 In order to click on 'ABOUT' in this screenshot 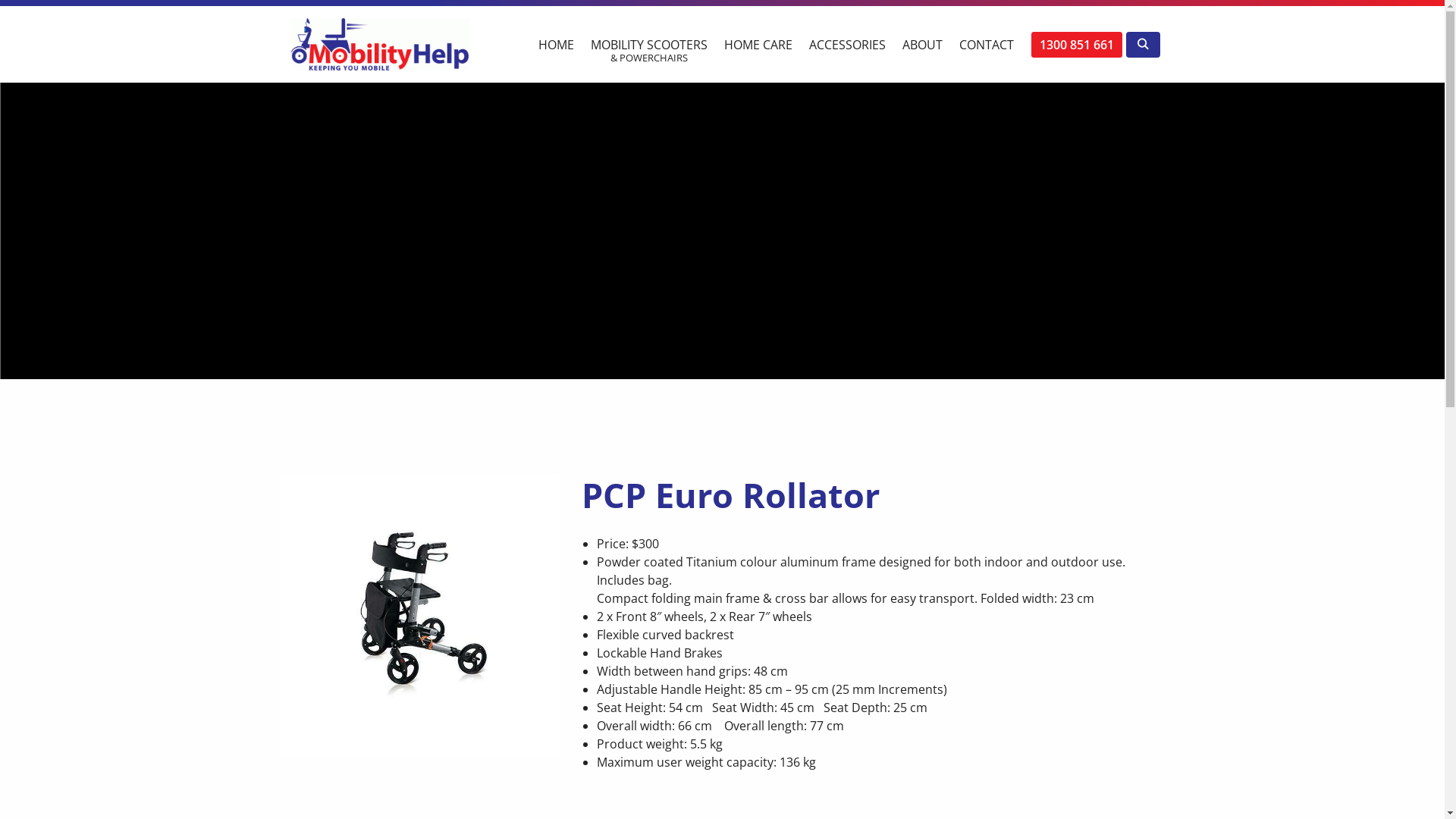, I will do `click(893, 36)`.